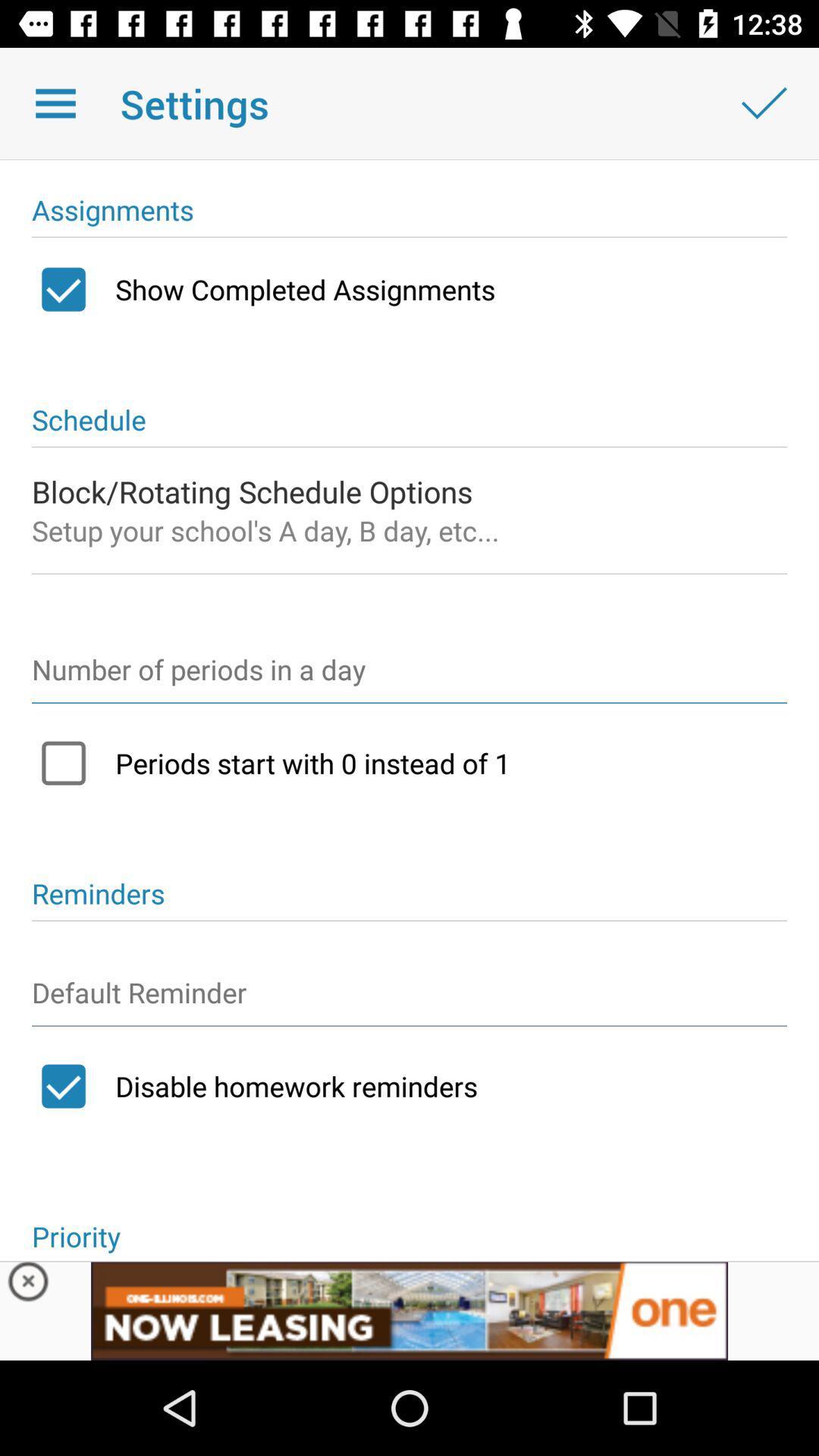  I want to click on menu page, so click(55, 102).